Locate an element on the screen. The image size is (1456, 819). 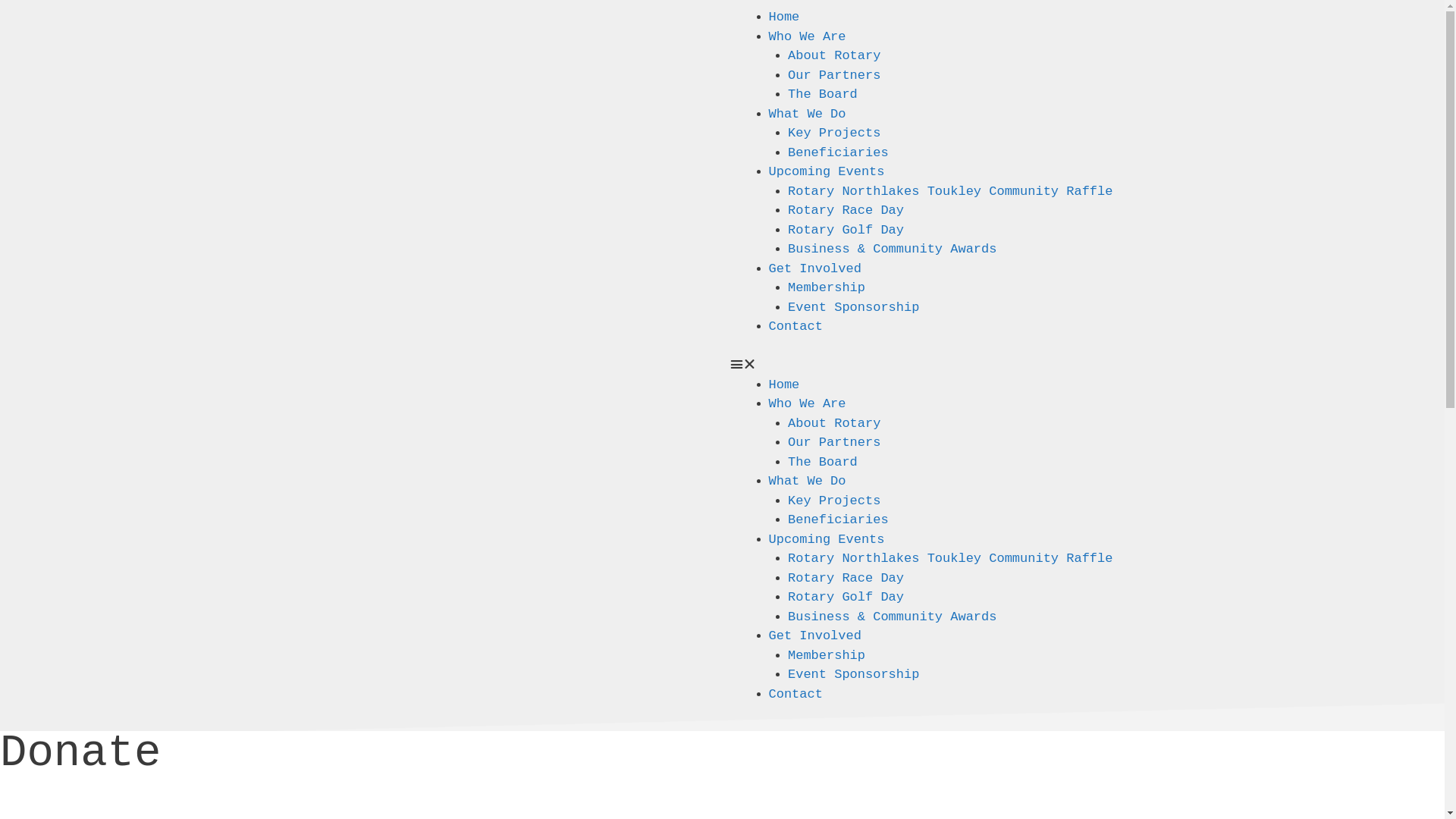
'Contact' is located at coordinates (795, 325).